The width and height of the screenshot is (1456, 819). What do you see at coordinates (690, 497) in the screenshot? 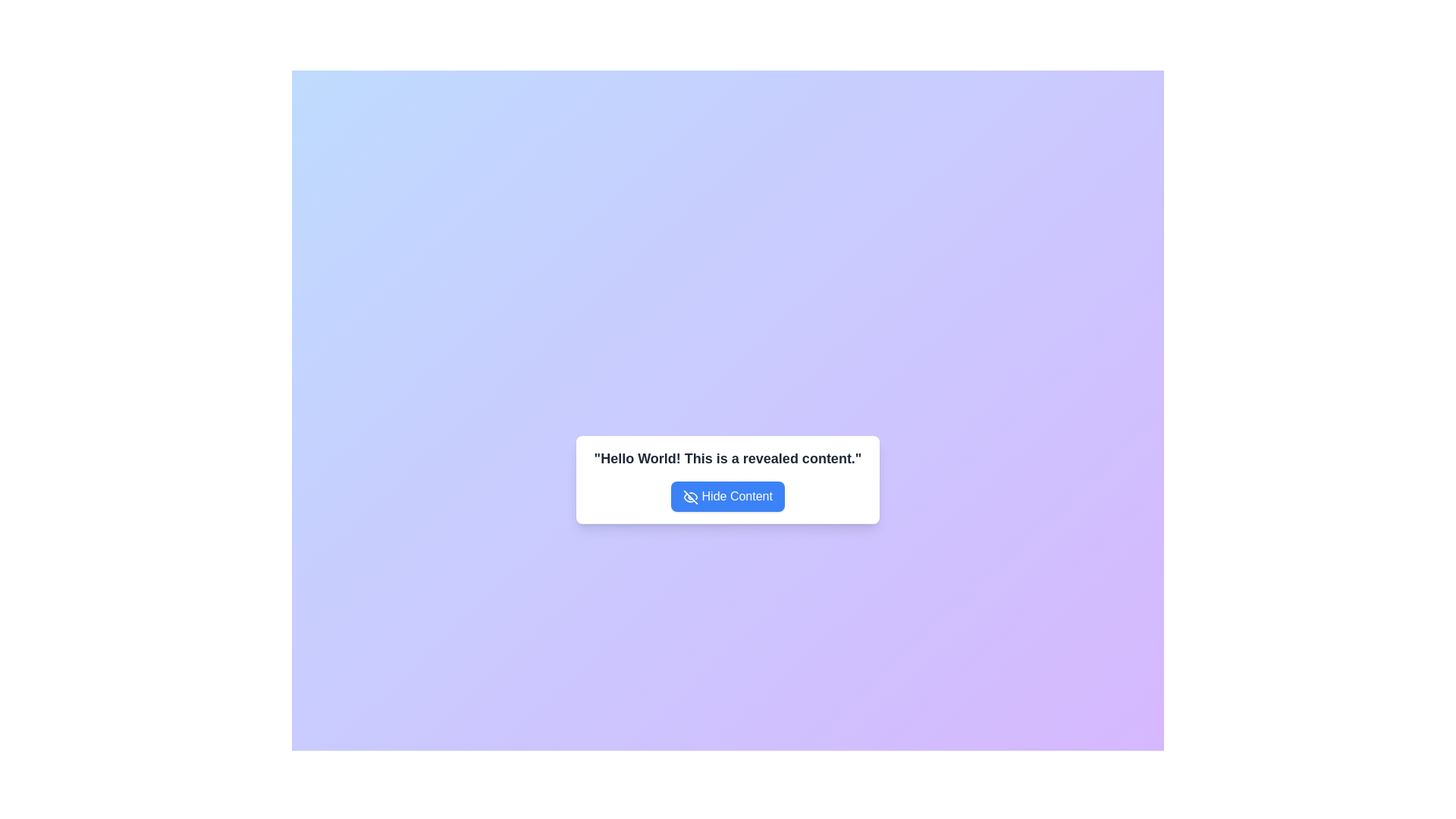
I see `the decorative and functional 'eye-off' icon within the blue 'Hide Content' button` at bounding box center [690, 497].